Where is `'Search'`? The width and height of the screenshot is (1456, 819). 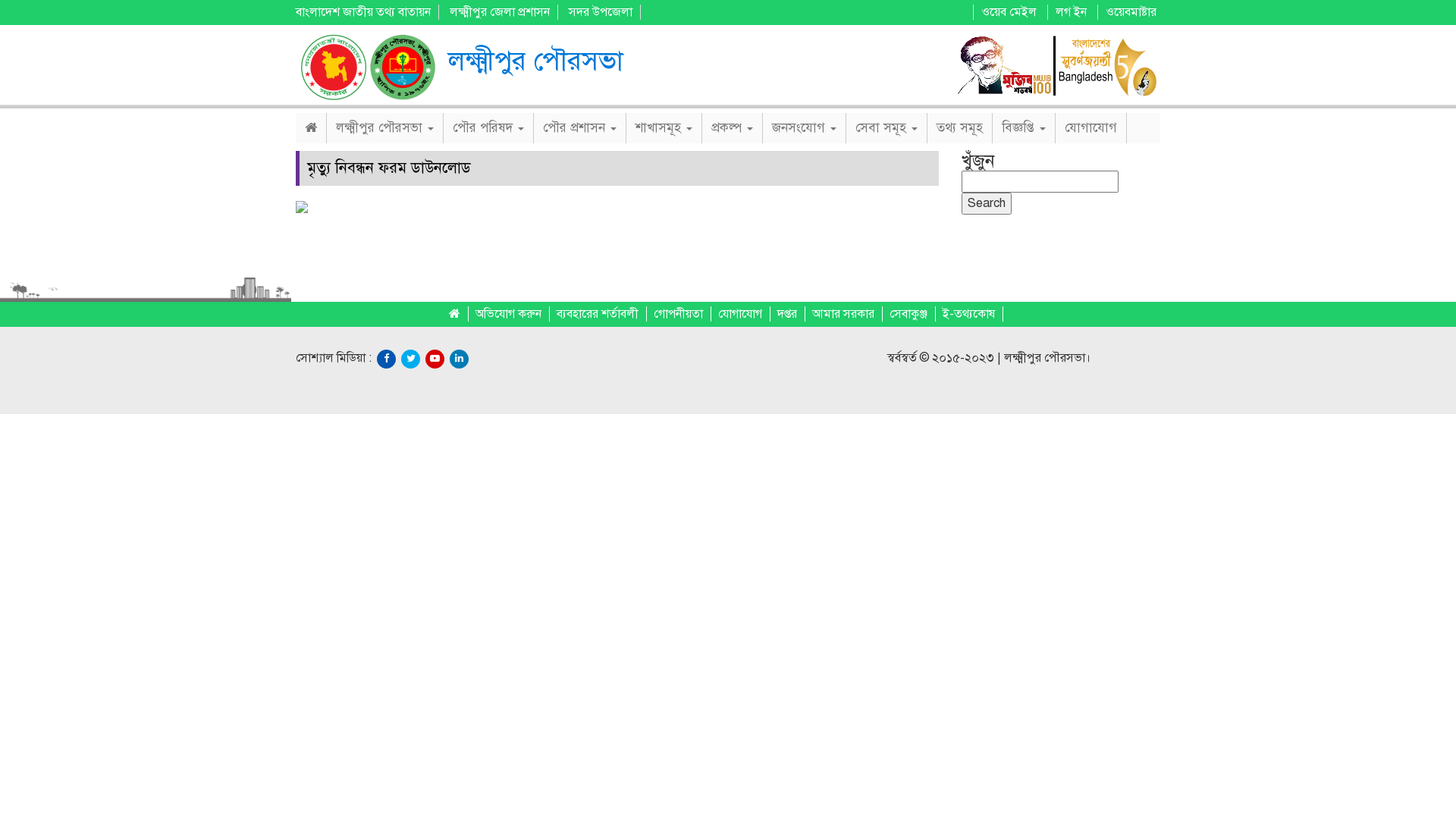
'Search' is located at coordinates (986, 202).